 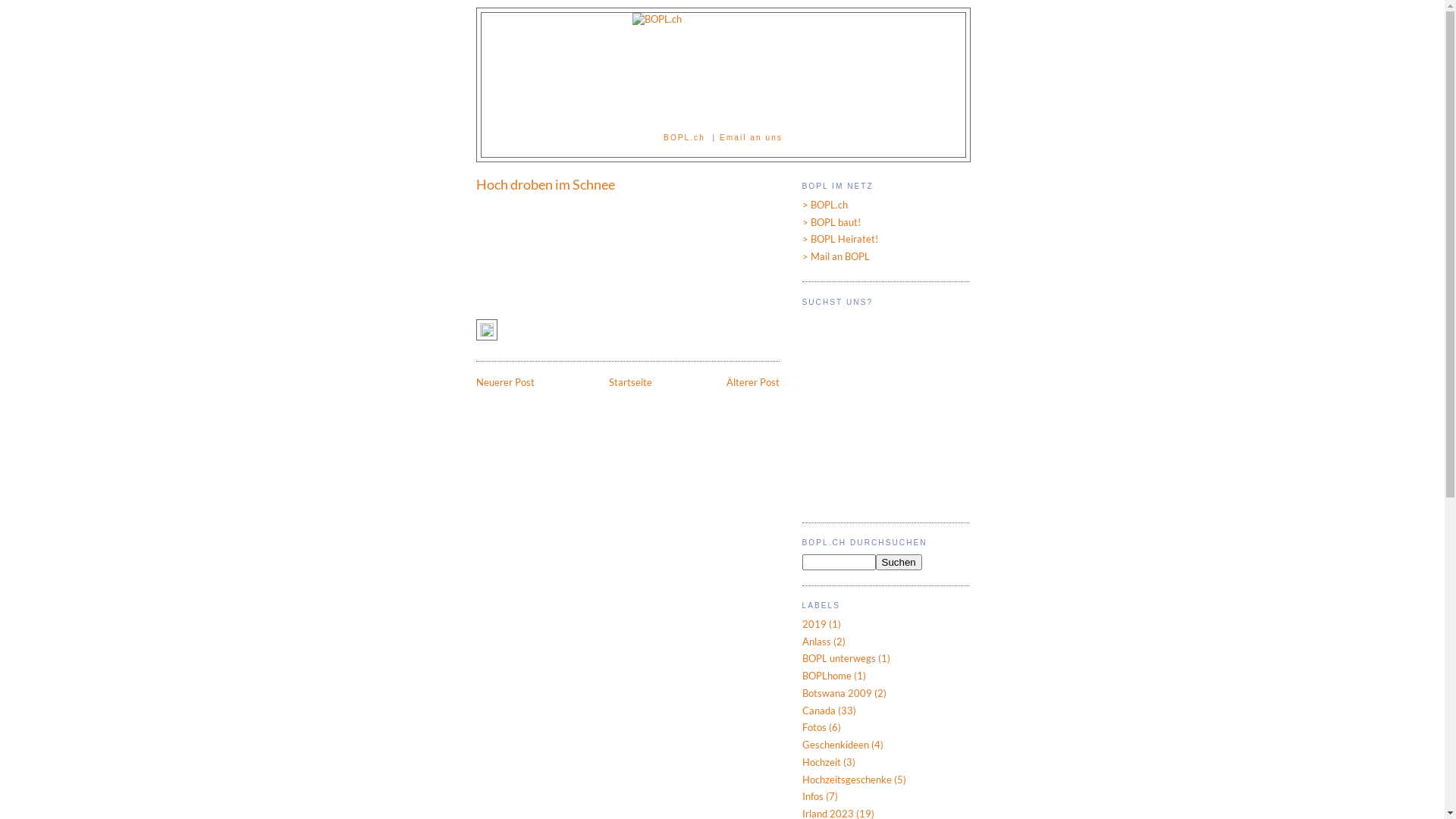 What do you see at coordinates (814, 726) in the screenshot?
I see `'Fotos'` at bounding box center [814, 726].